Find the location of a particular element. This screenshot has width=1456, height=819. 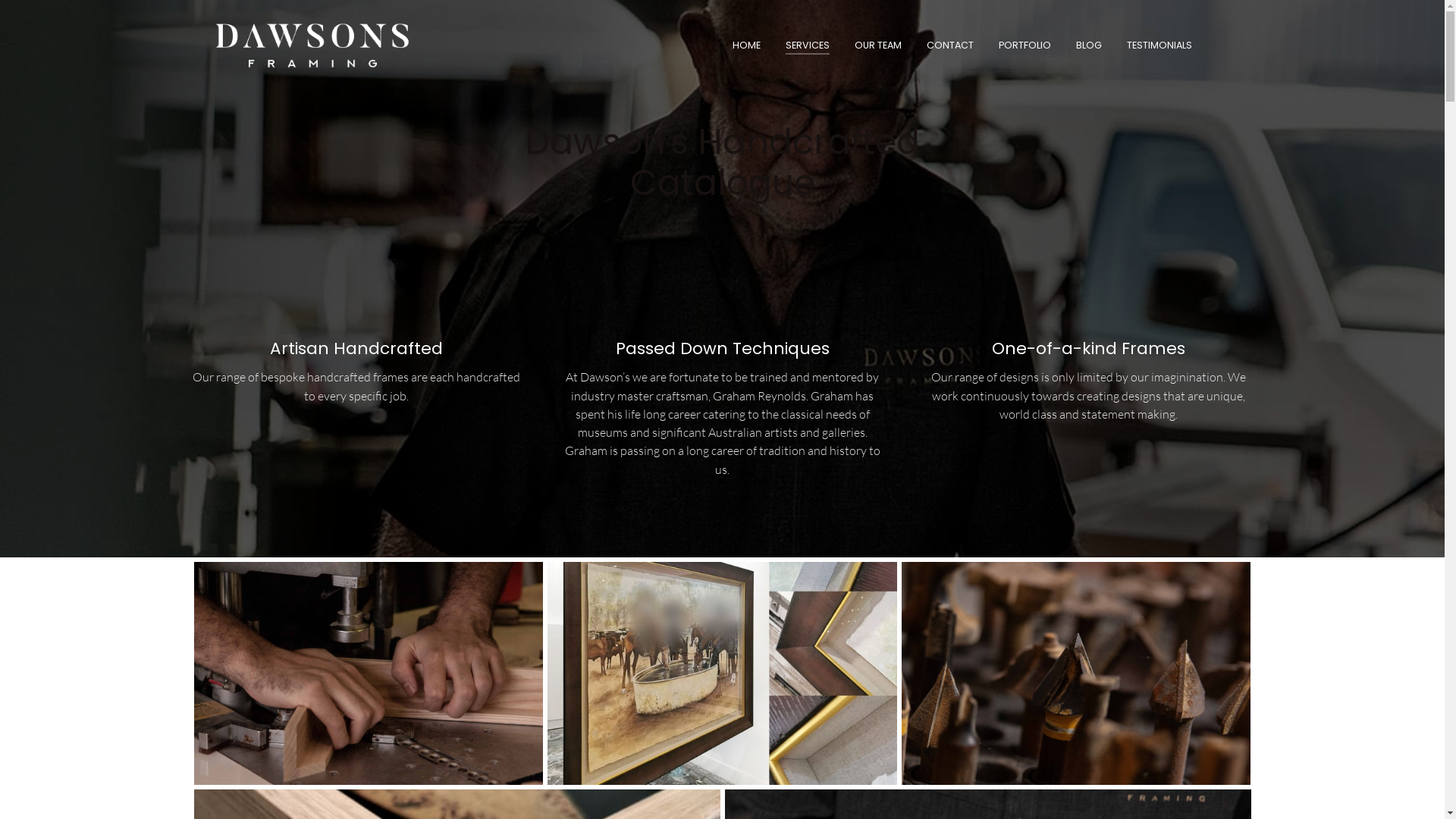

'BLOG' is located at coordinates (1082, 45).